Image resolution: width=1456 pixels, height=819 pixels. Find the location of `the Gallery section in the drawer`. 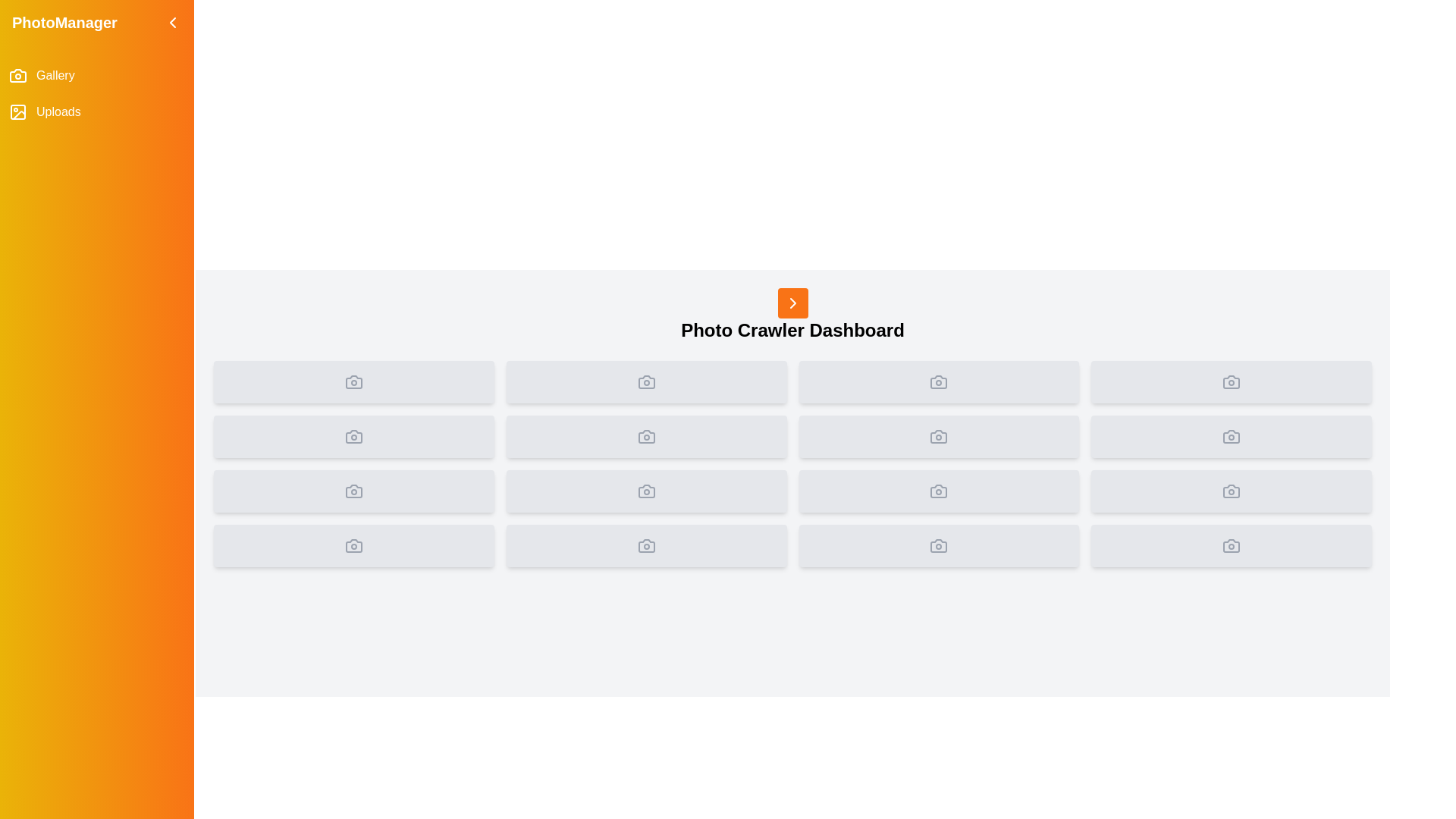

the Gallery section in the drawer is located at coordinates (96, 76).